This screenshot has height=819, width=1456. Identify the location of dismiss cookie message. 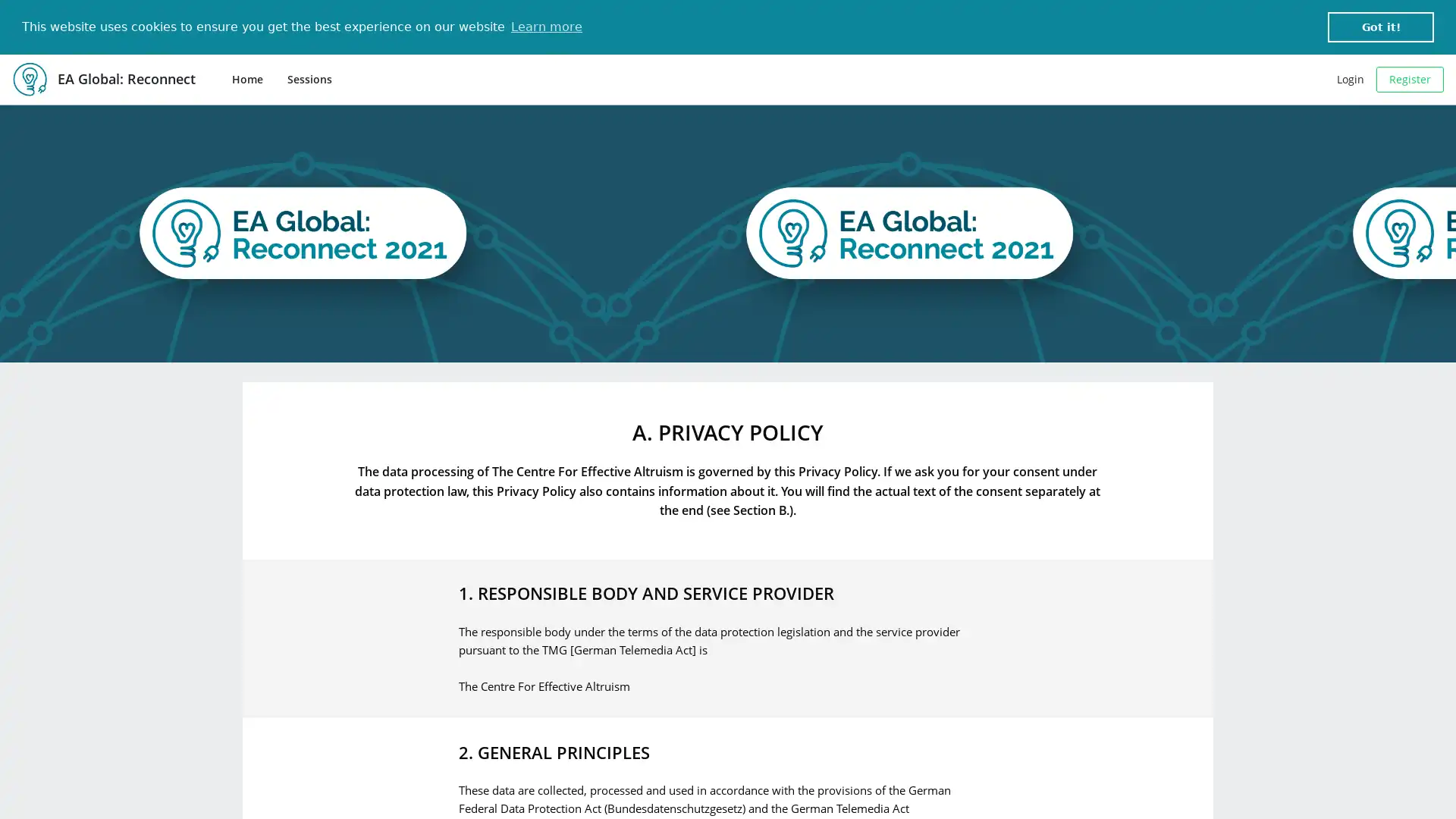
(1380, 27).